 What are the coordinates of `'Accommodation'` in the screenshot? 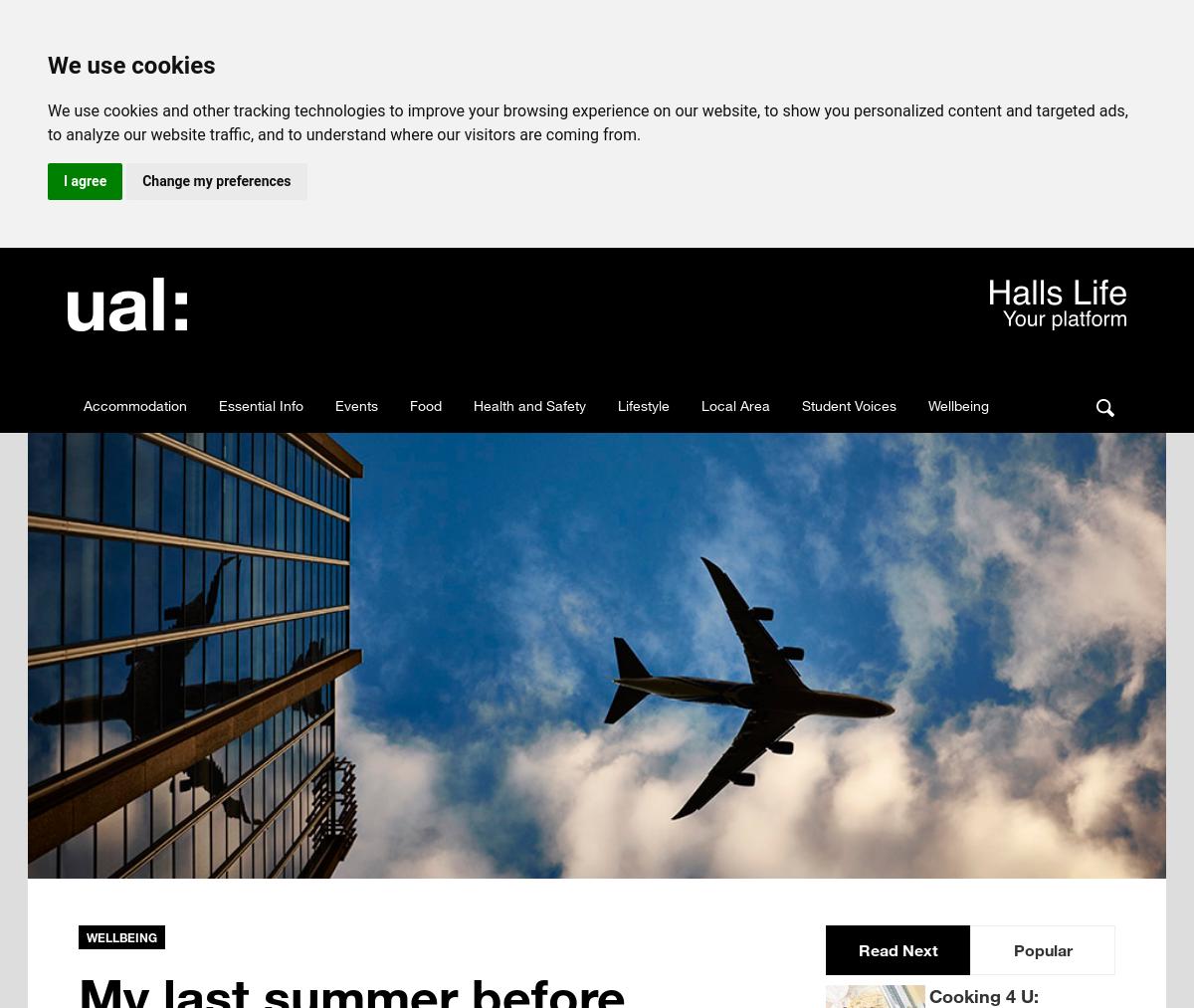 It's located at (84, 404).